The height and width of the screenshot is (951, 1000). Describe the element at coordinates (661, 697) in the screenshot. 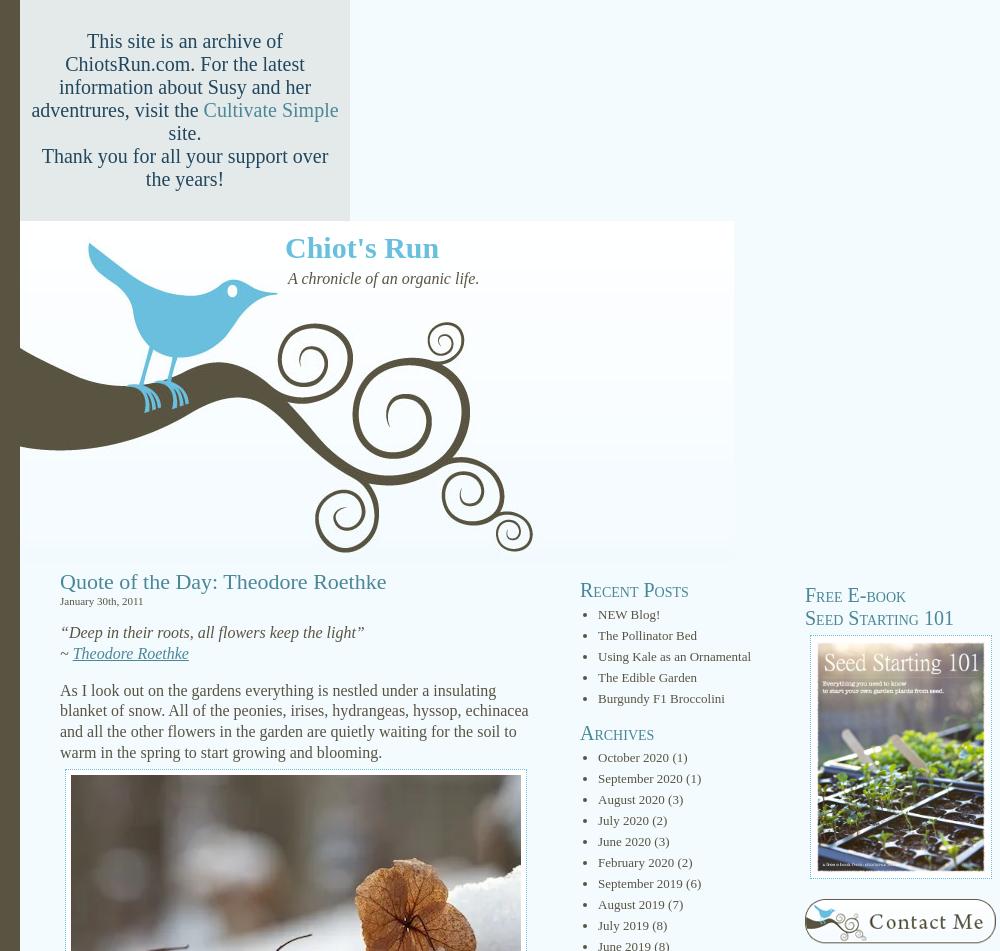

I see `'Burgundy F1 Broccolini'` at that location.